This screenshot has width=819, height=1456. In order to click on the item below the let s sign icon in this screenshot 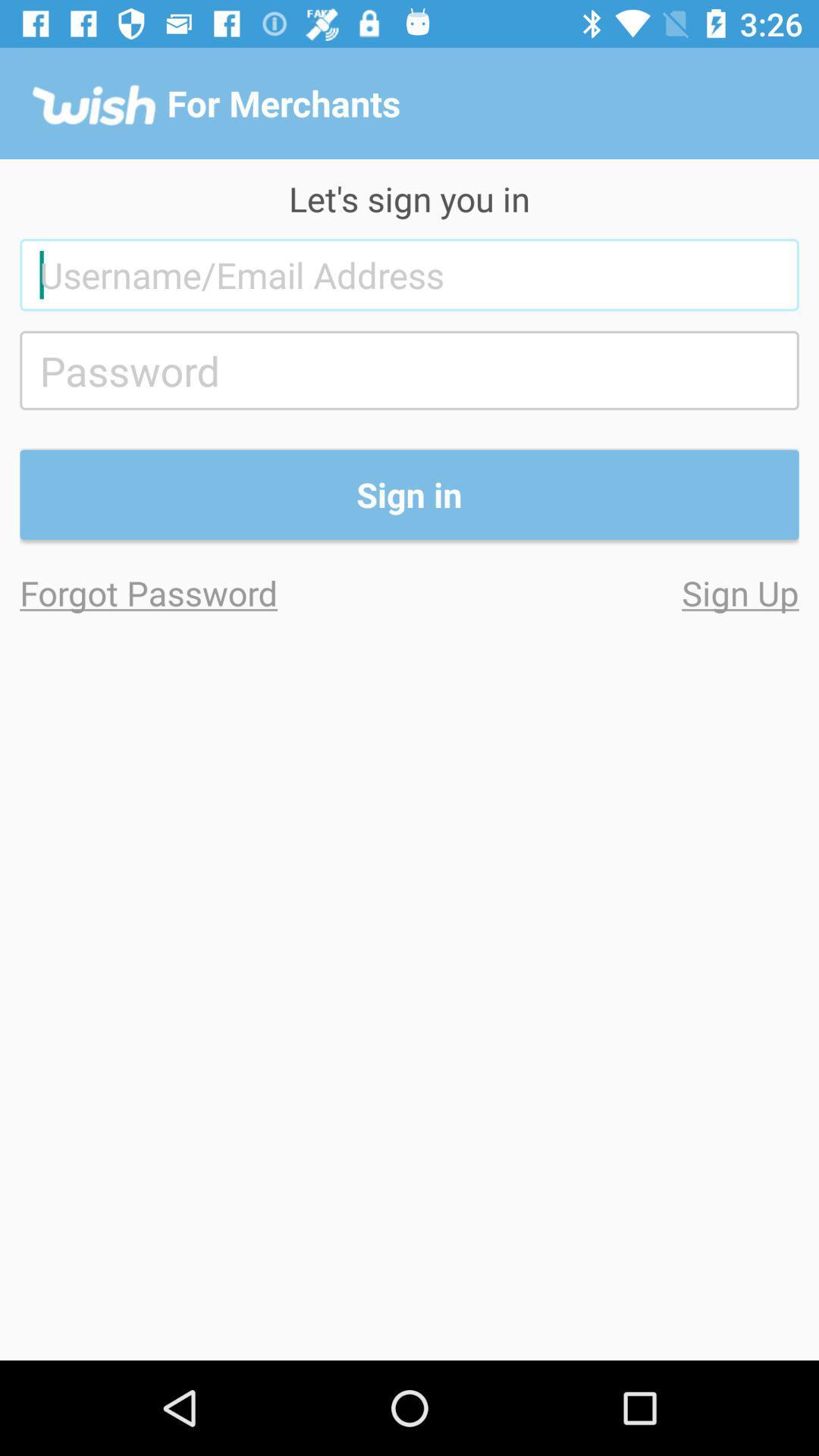, I will do `click(409, 275)`.